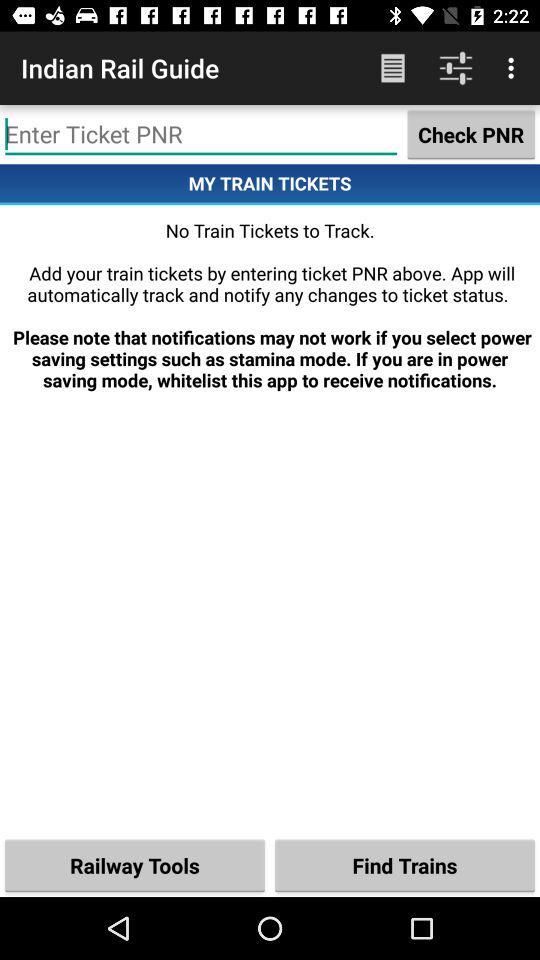  Describe the element at coordinates (201, 133) in the screenshot. I see `ticket entering space` at that location.